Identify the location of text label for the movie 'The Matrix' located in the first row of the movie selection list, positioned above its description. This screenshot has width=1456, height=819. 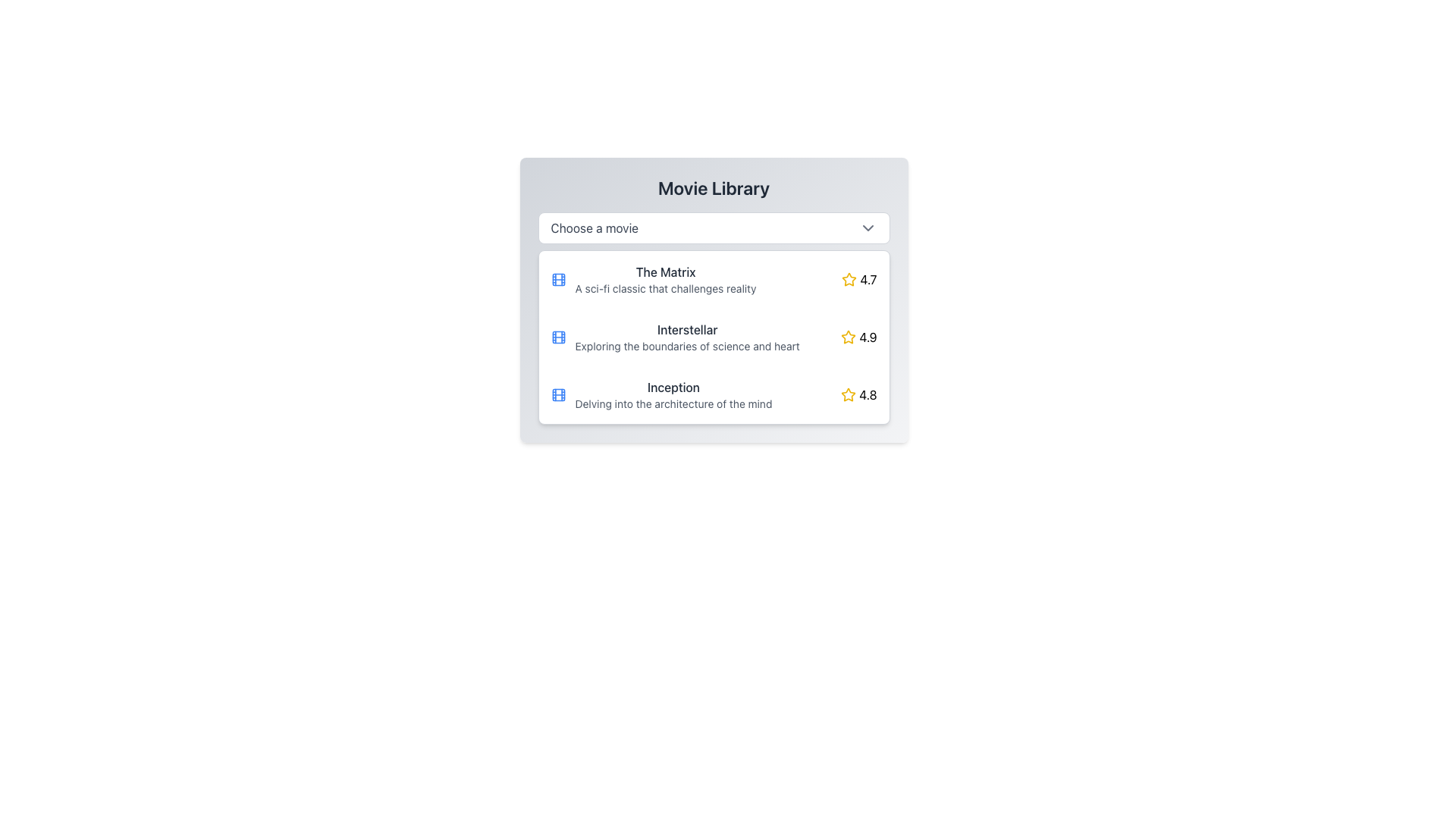
(666, 271).